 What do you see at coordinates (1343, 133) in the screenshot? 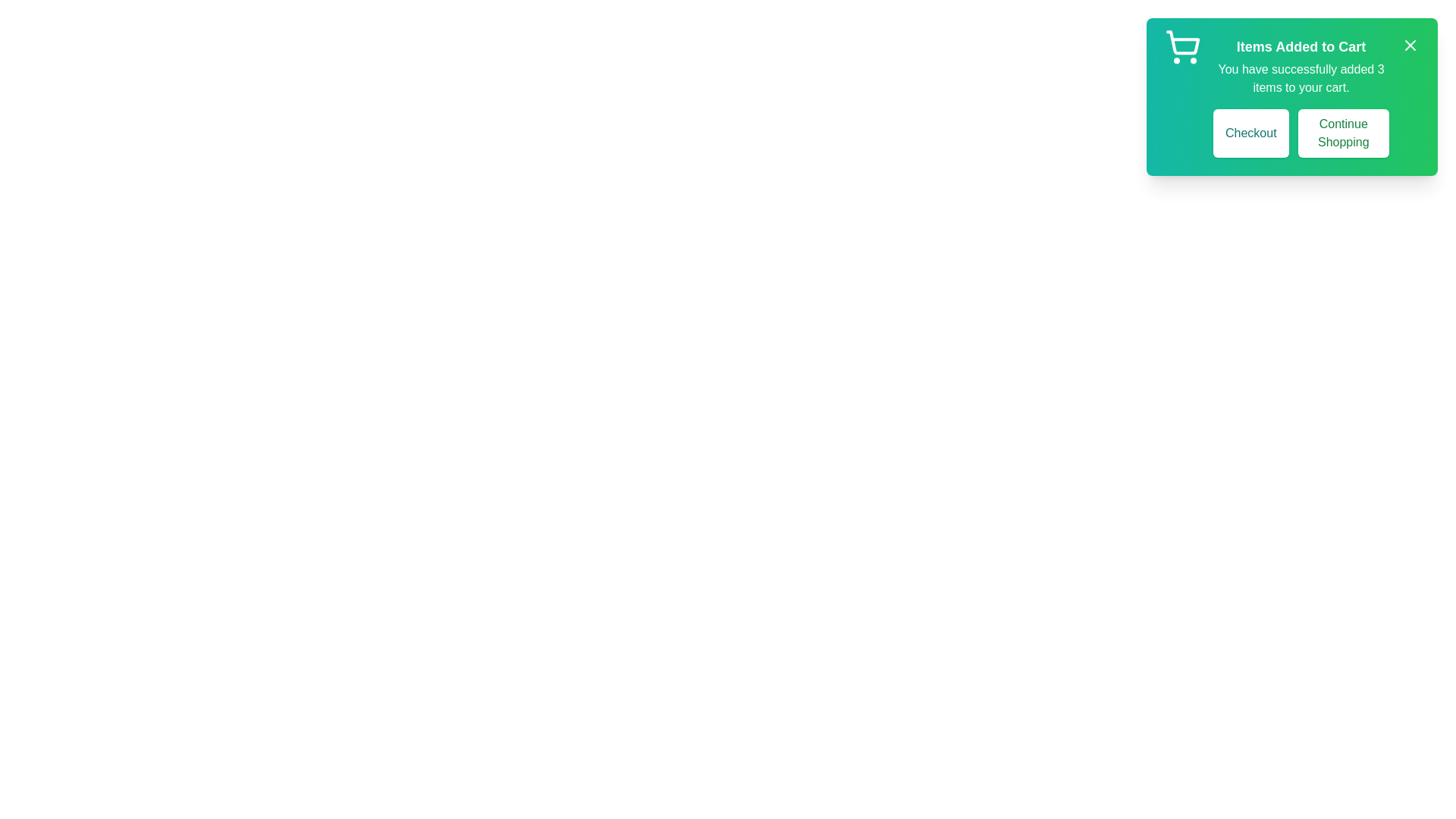
I see `the 'Continue Shopping' button` at bounding box center [1343, 133].